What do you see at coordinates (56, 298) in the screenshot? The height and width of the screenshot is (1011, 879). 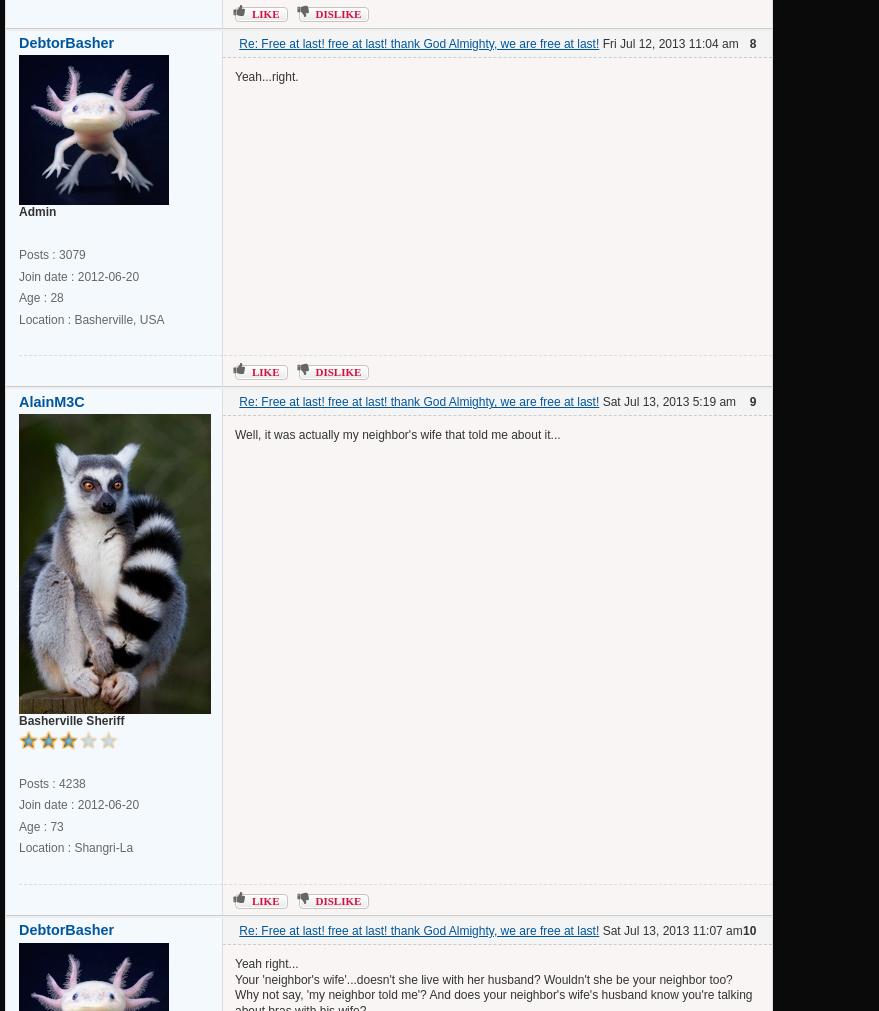 I see `'28'` at bounding box center [56, 298].